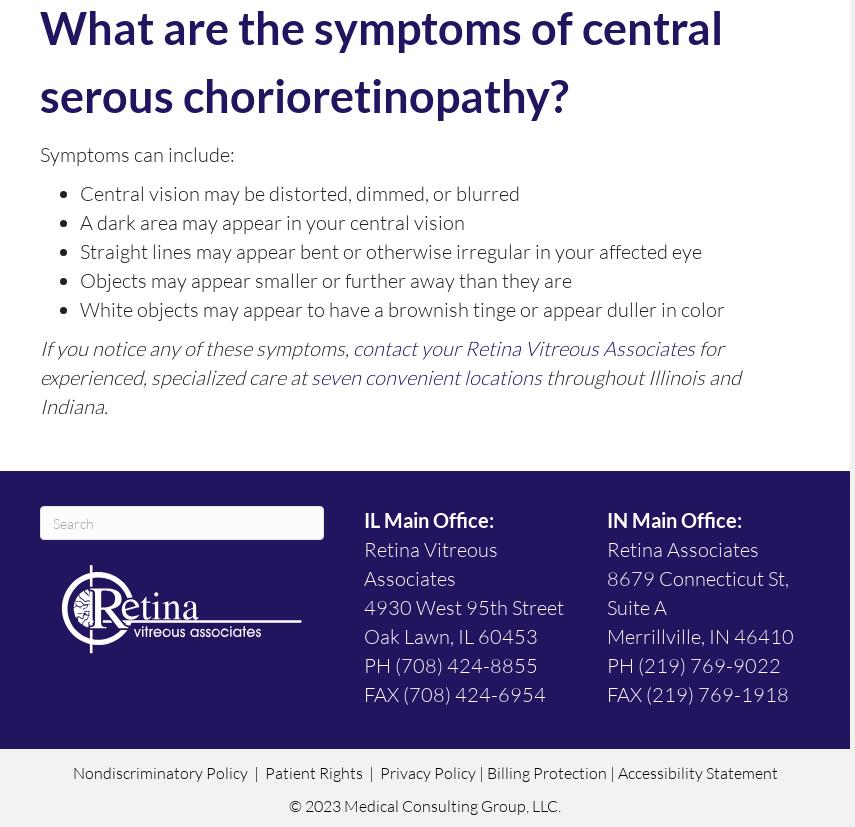 This screenshot has width=855, height=827. I want to click on 'PH (219) 769-9022', so click(606, 665).